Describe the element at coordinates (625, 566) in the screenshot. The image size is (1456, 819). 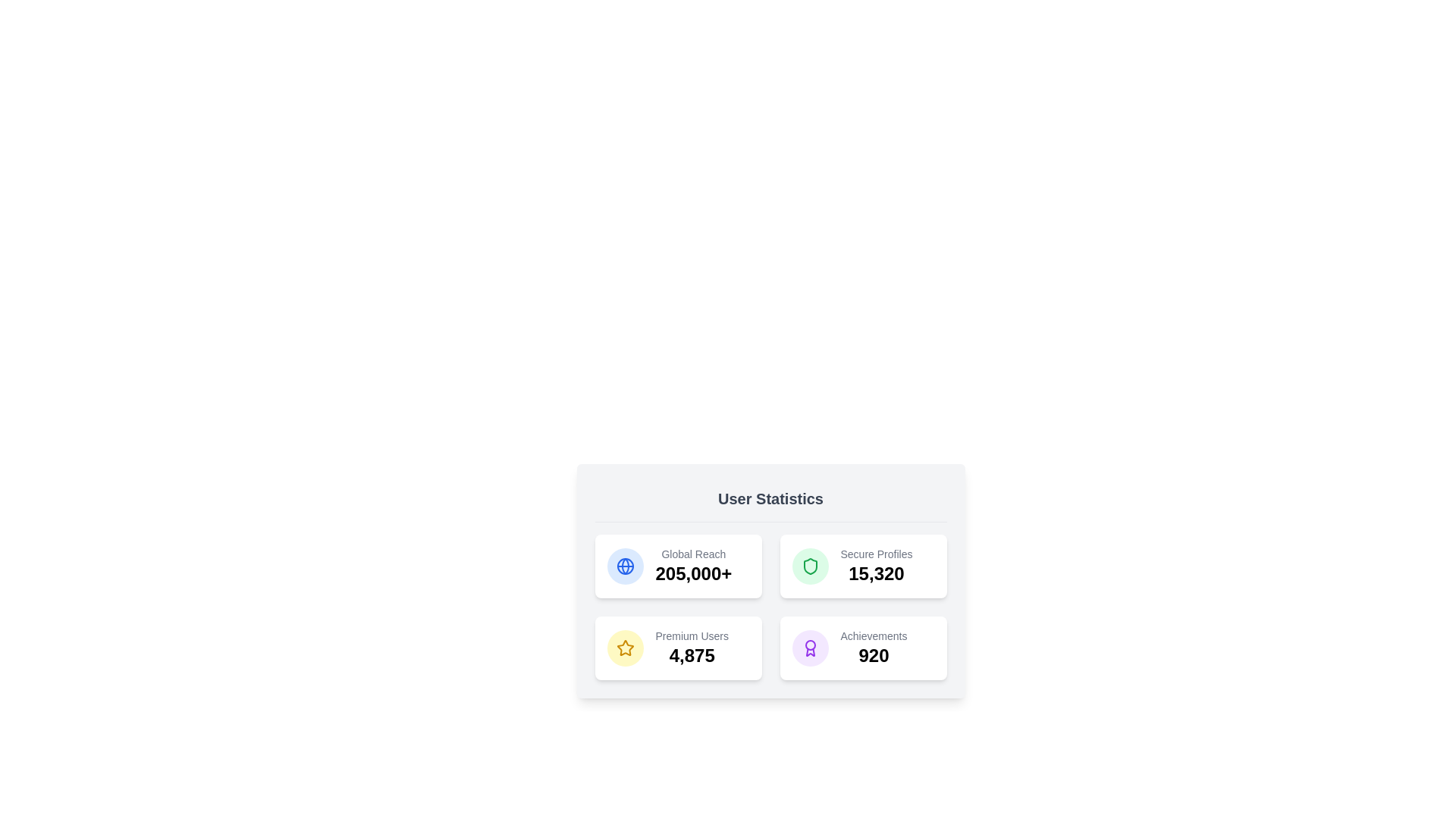
I see `the small, circular icon with a light blue background and a globe symbol in blue with white accents, located at the top-left side of the 'Global Reach' card, to understand its contextual meaning` at that location.